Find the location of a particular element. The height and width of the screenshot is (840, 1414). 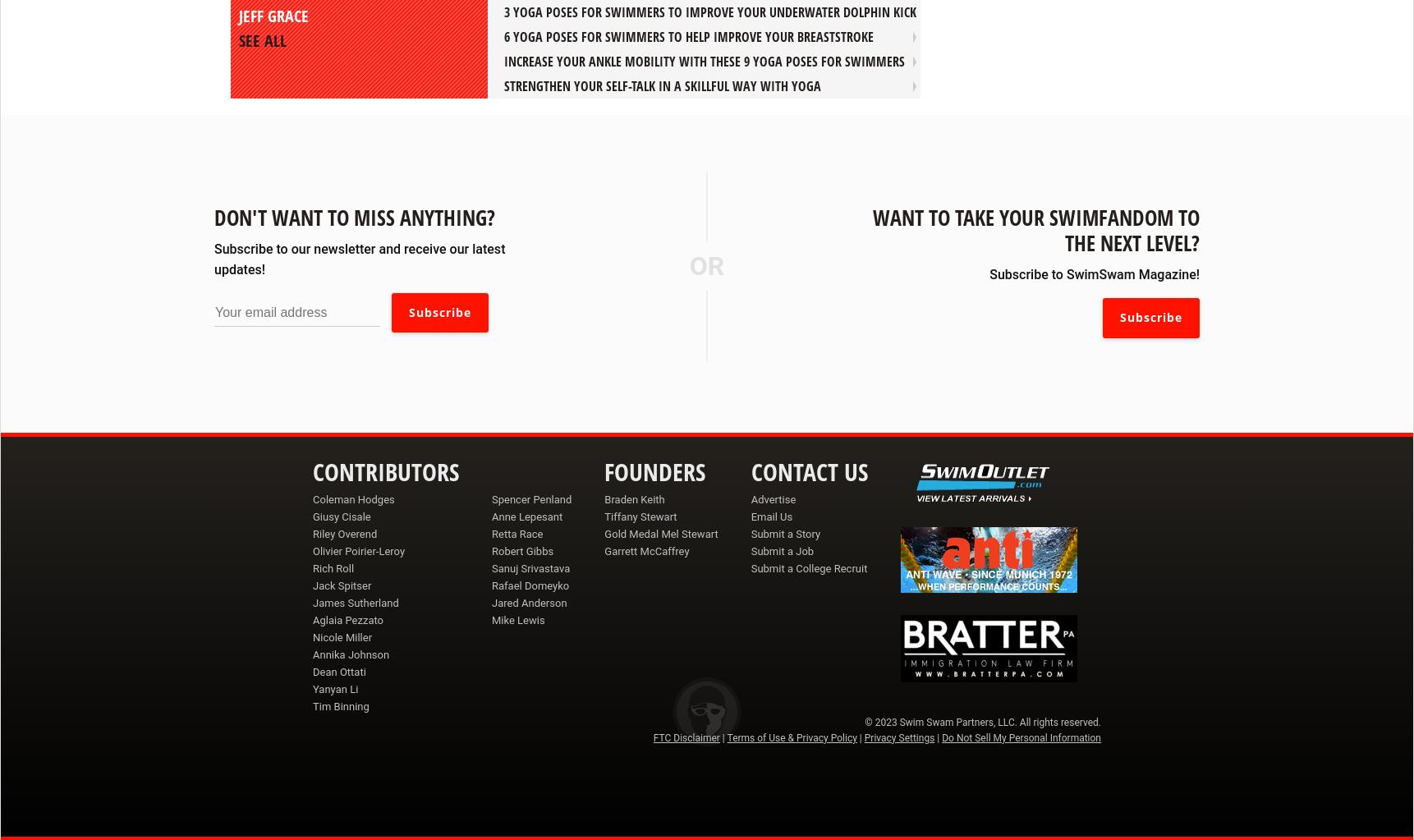

'Email Us' is located at coordinates (770, 515).